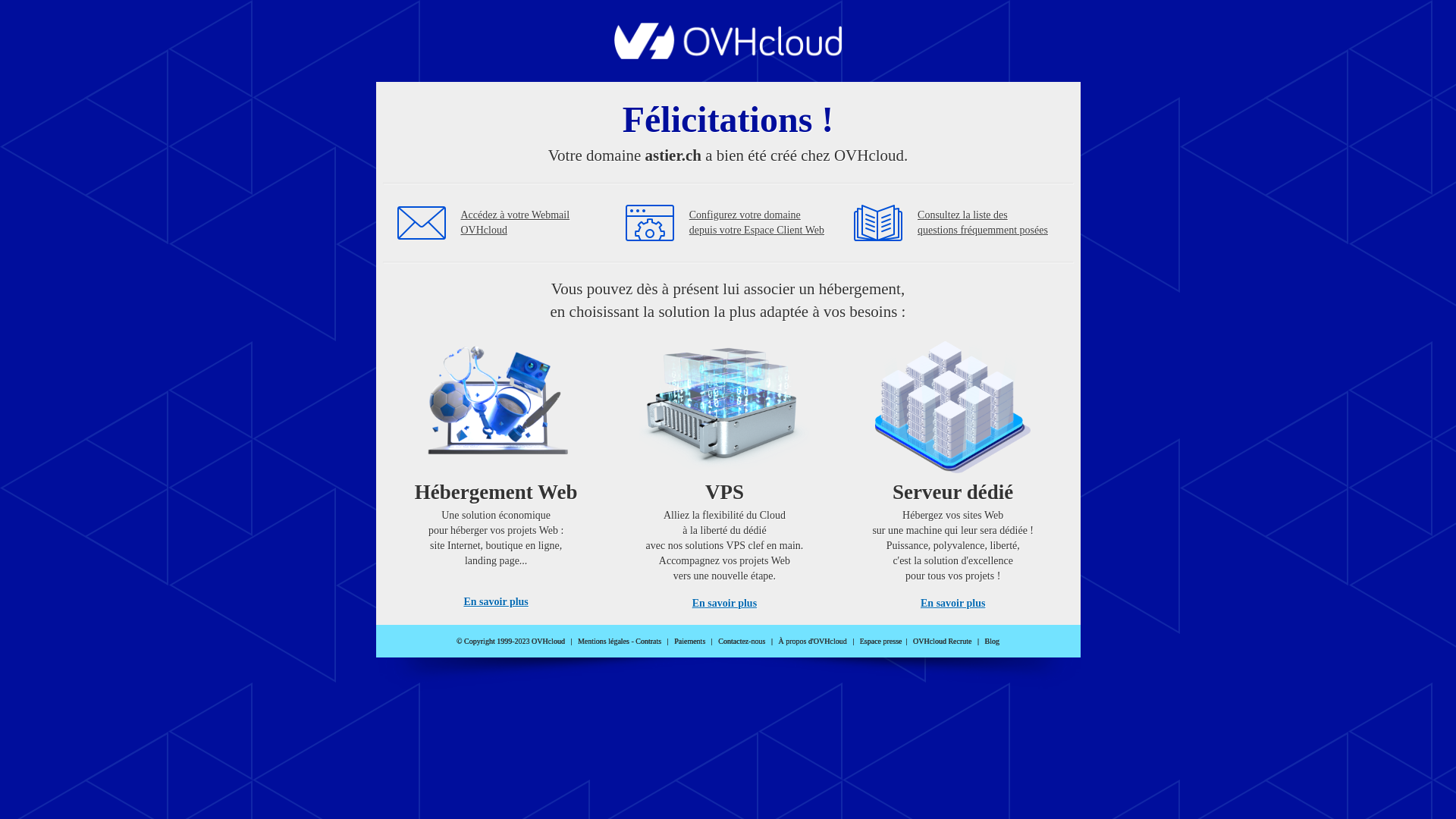 The image size is (1456, 819). What do you see at coordinates (880, 641) in the screenshot?
I see `'Espace presse'` at bounding box center [880, 641].